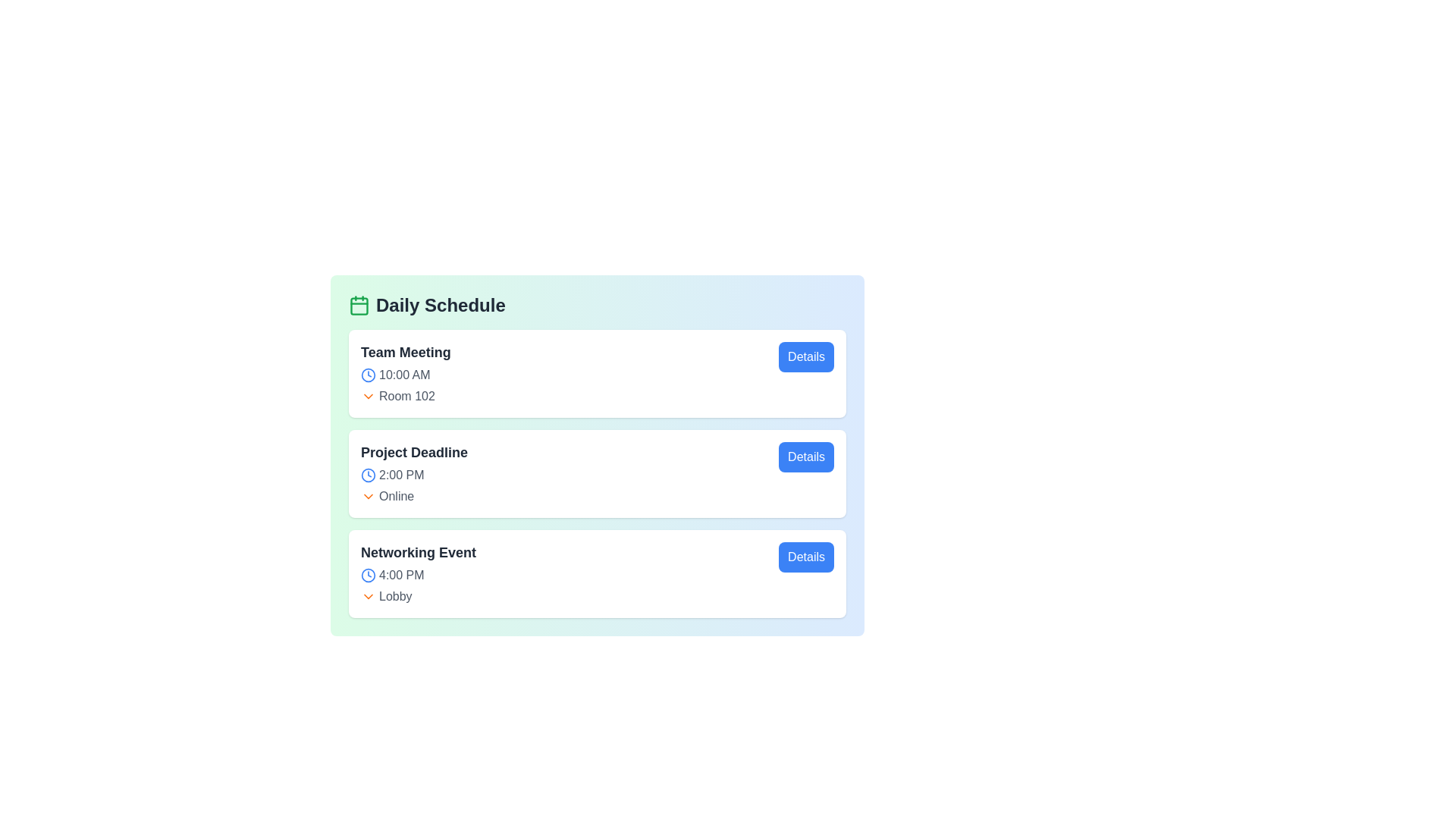  What do you see at coordinates (805, 557) in the screenshot?
I see `the 'Details' button with a bright blue background and white text on the right side of the 'Networking Event' card in the 'Daily Schedule' list` at bounding box center [805, 557].